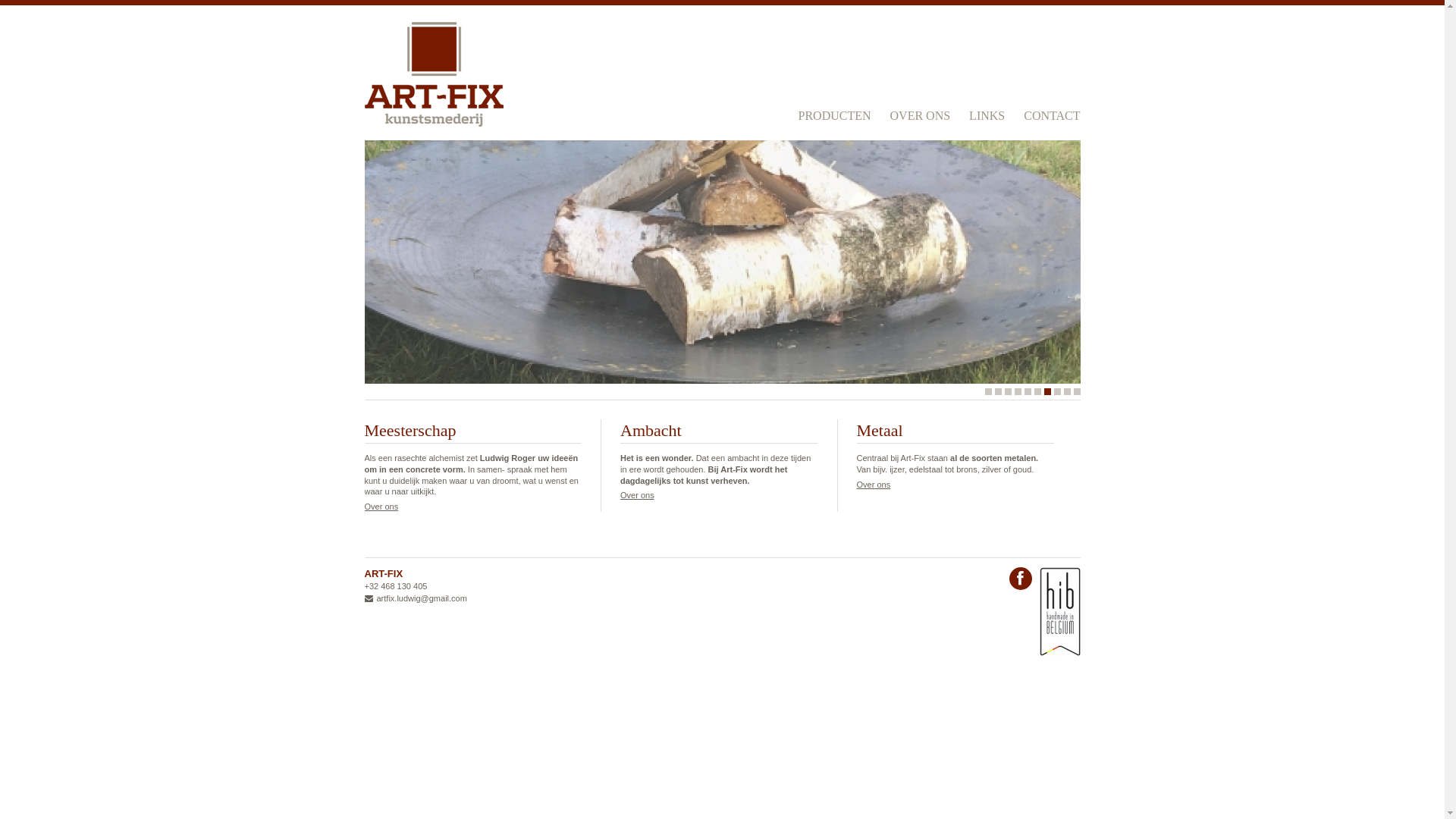  I want to click on '7', so click(1043, 391).